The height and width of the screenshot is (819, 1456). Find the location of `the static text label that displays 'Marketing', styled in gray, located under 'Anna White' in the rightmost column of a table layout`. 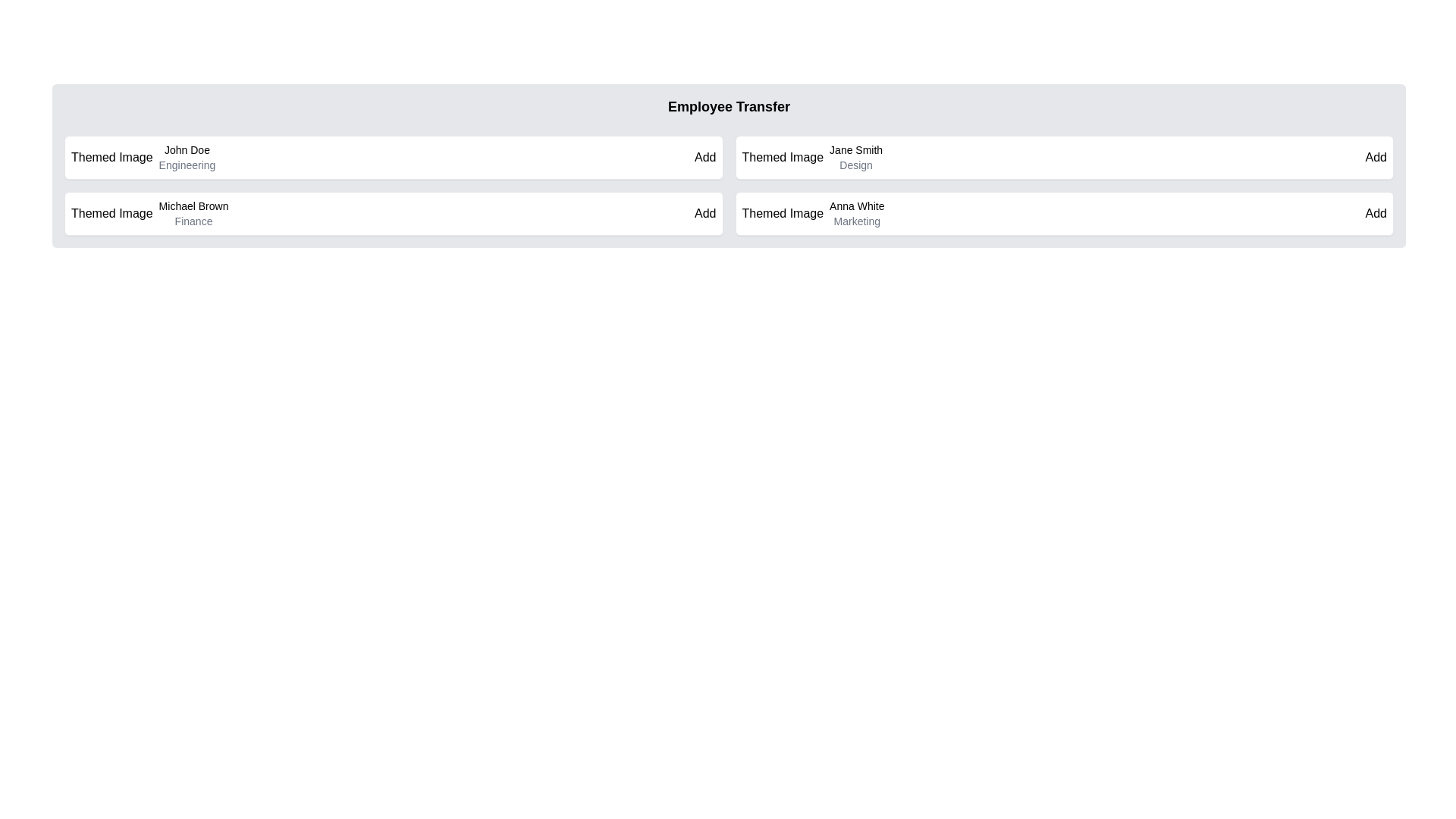

the static text label that displays 'Marketing', styled in gray, located under 'Anna White' in the rightmost column of a table layout is located at coordinates (857, 221).